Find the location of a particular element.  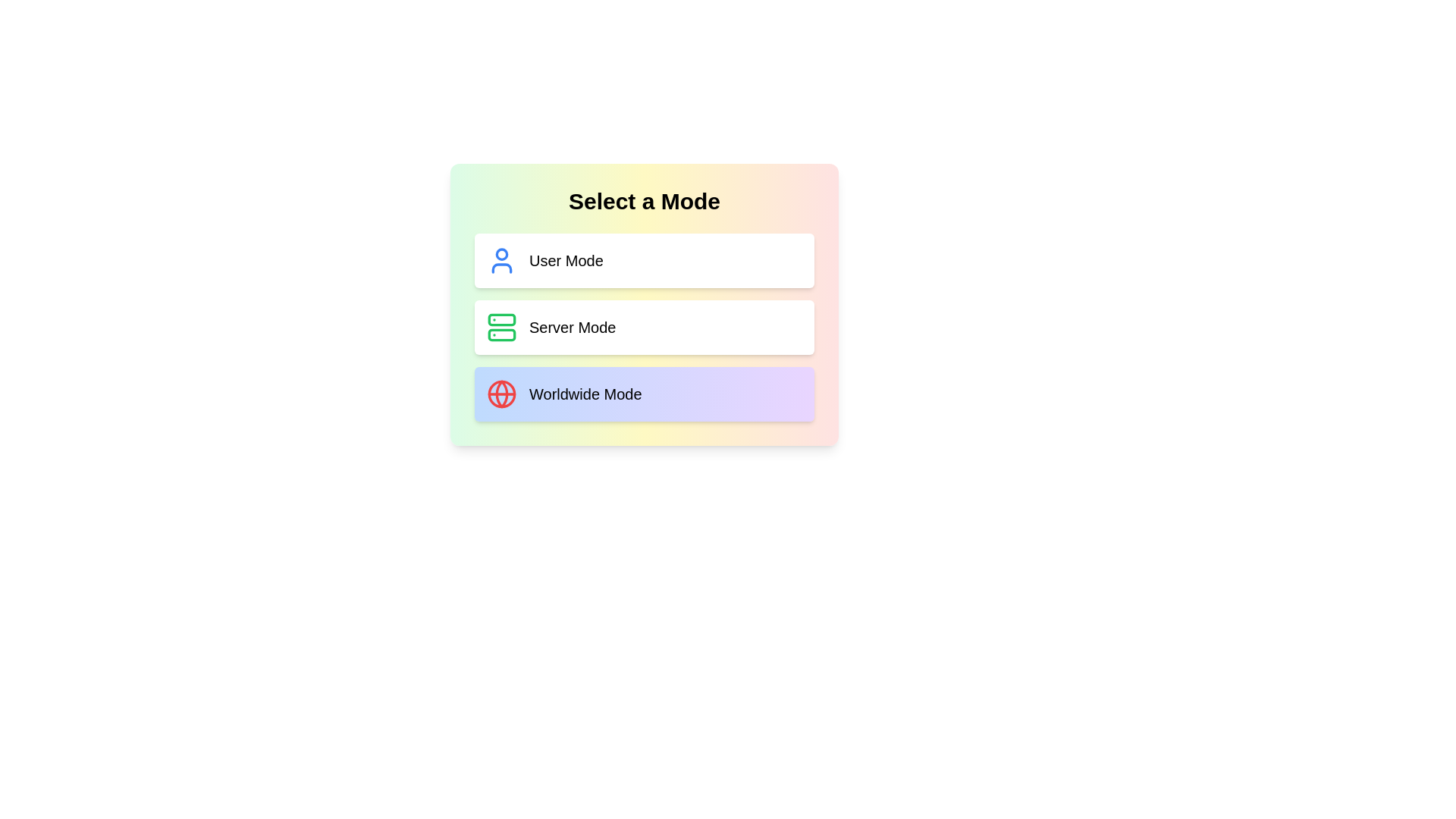

the user icon, which is an outline of a person with a blue outline, prominently positioned to the left of the 'User Mode' text in the 'Select a Mode' list is located at coordinates (502, 259).